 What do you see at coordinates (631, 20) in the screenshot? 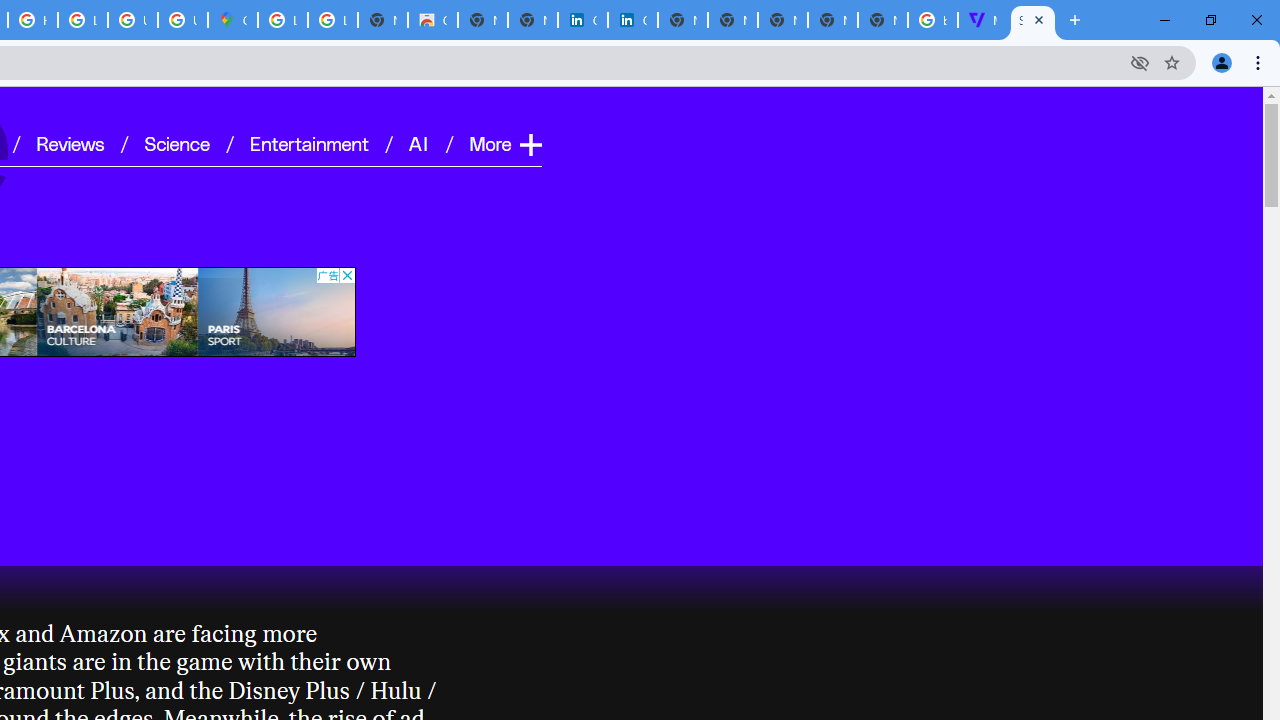
I see `'Cookie Policy | LinkedIn'` at bounding box center [631, 20].